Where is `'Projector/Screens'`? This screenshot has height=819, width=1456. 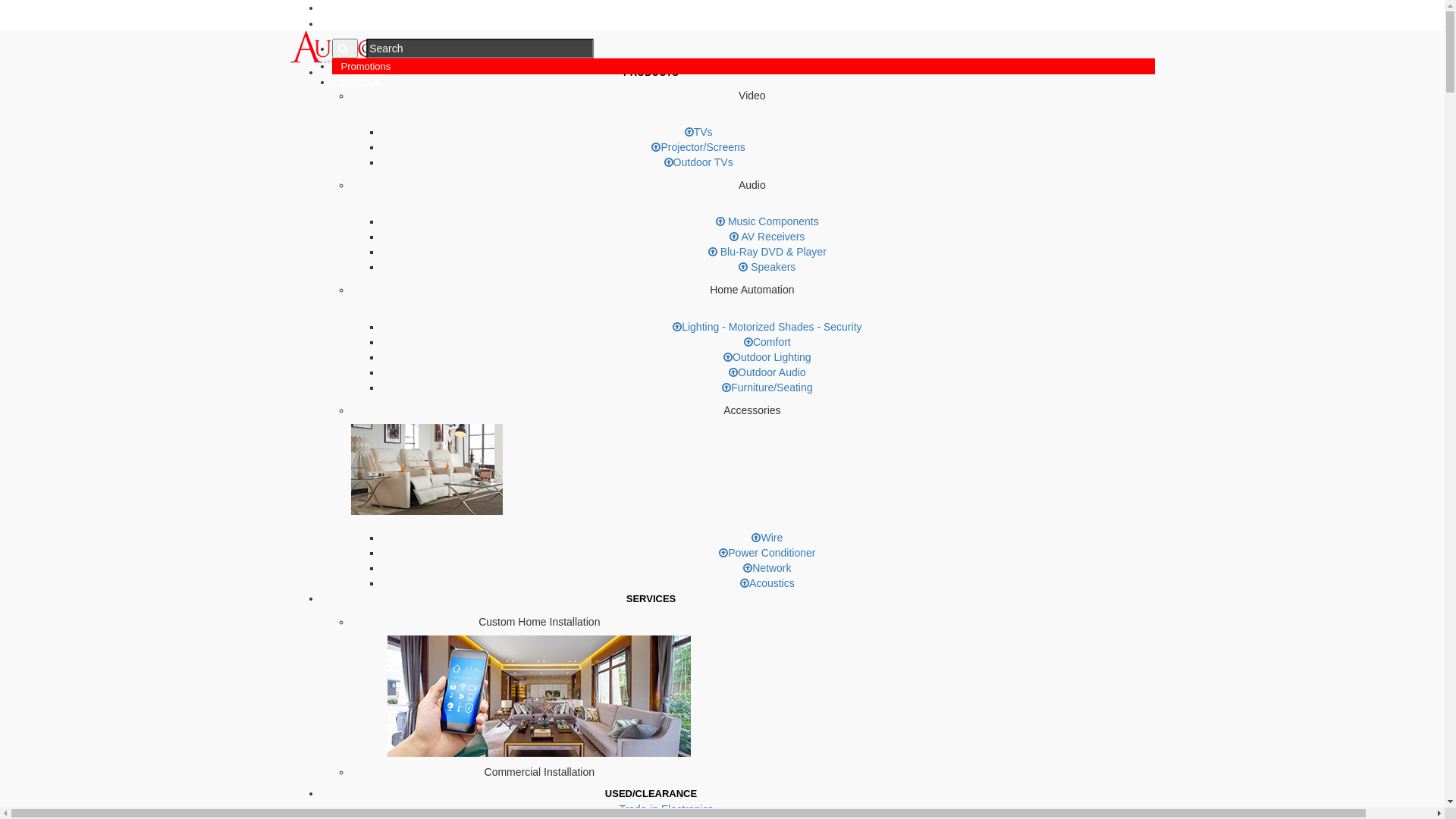 'Projector/Screens' is located at coordinates (651, 146).